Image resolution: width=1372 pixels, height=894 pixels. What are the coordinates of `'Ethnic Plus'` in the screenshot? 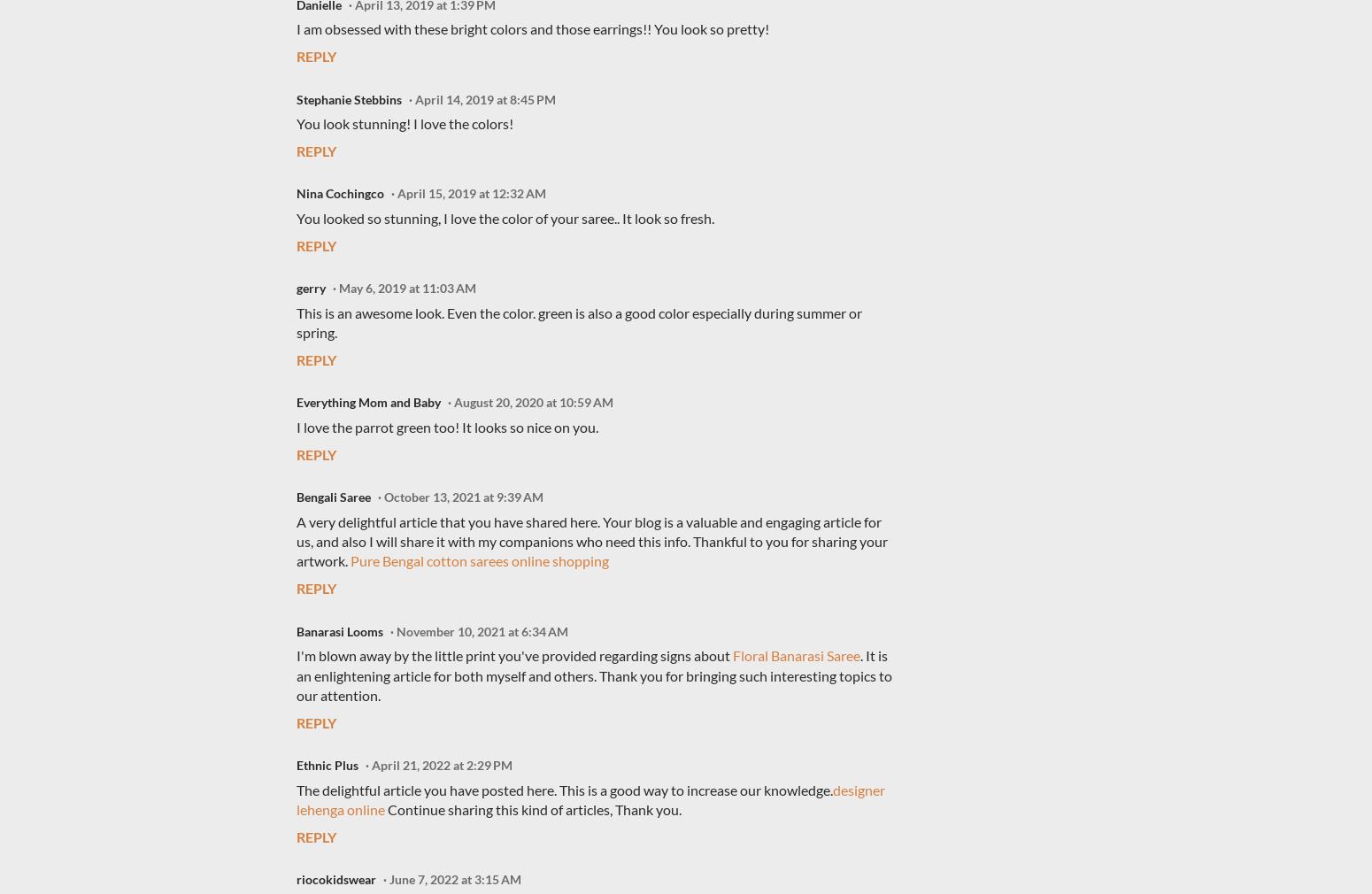 It's located at (295, 765).